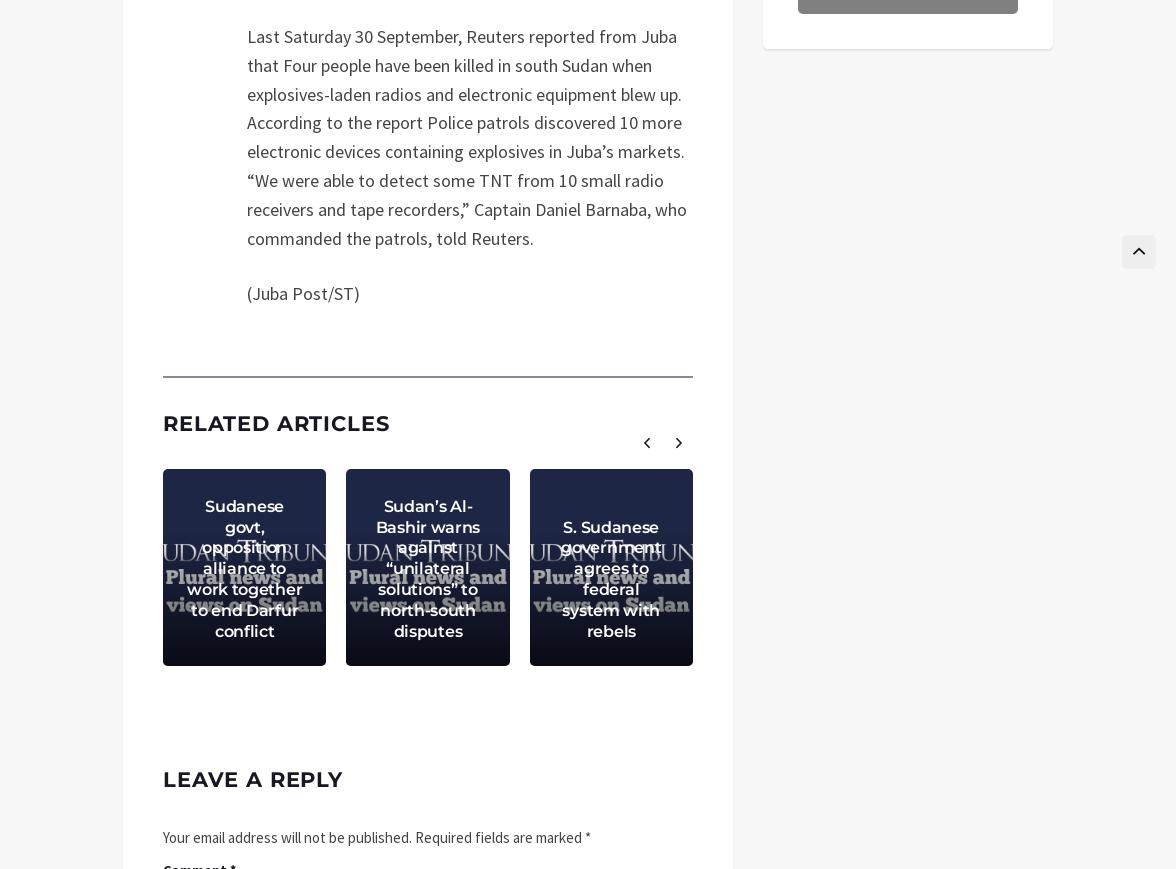 Image resolution: width=1176 pixels, height=869 pixels. Describe the element at coordinates (244, 567) in the screenshot. I see `'Sudanese govt, opposition alliance to work together to end Darfur conflict'` at that location.